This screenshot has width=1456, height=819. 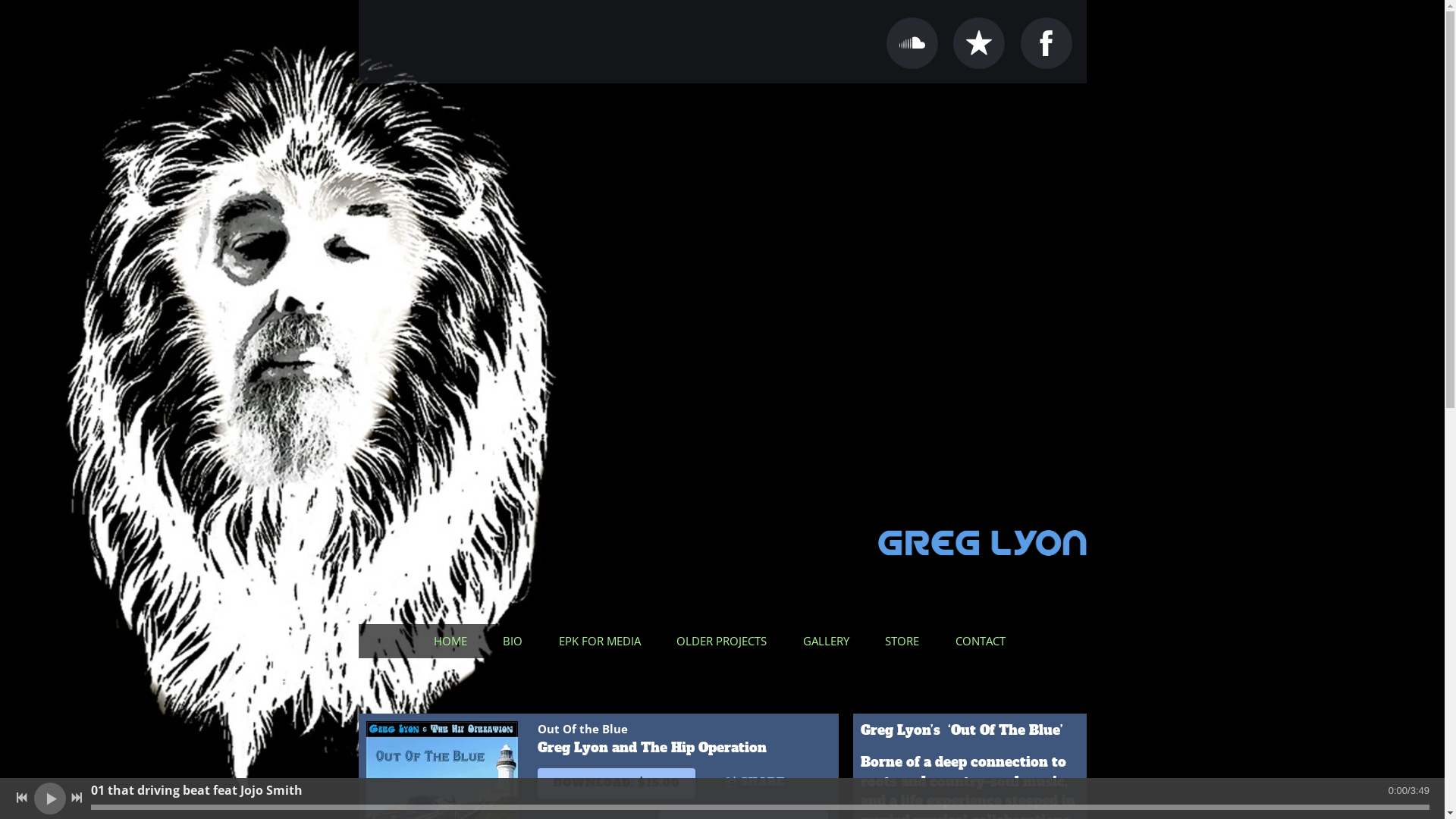 What do you see at coordinates (602, 641) in the screenshot?
I see `'EPK FOR MEDIA'` at bounding box center [602, 641].